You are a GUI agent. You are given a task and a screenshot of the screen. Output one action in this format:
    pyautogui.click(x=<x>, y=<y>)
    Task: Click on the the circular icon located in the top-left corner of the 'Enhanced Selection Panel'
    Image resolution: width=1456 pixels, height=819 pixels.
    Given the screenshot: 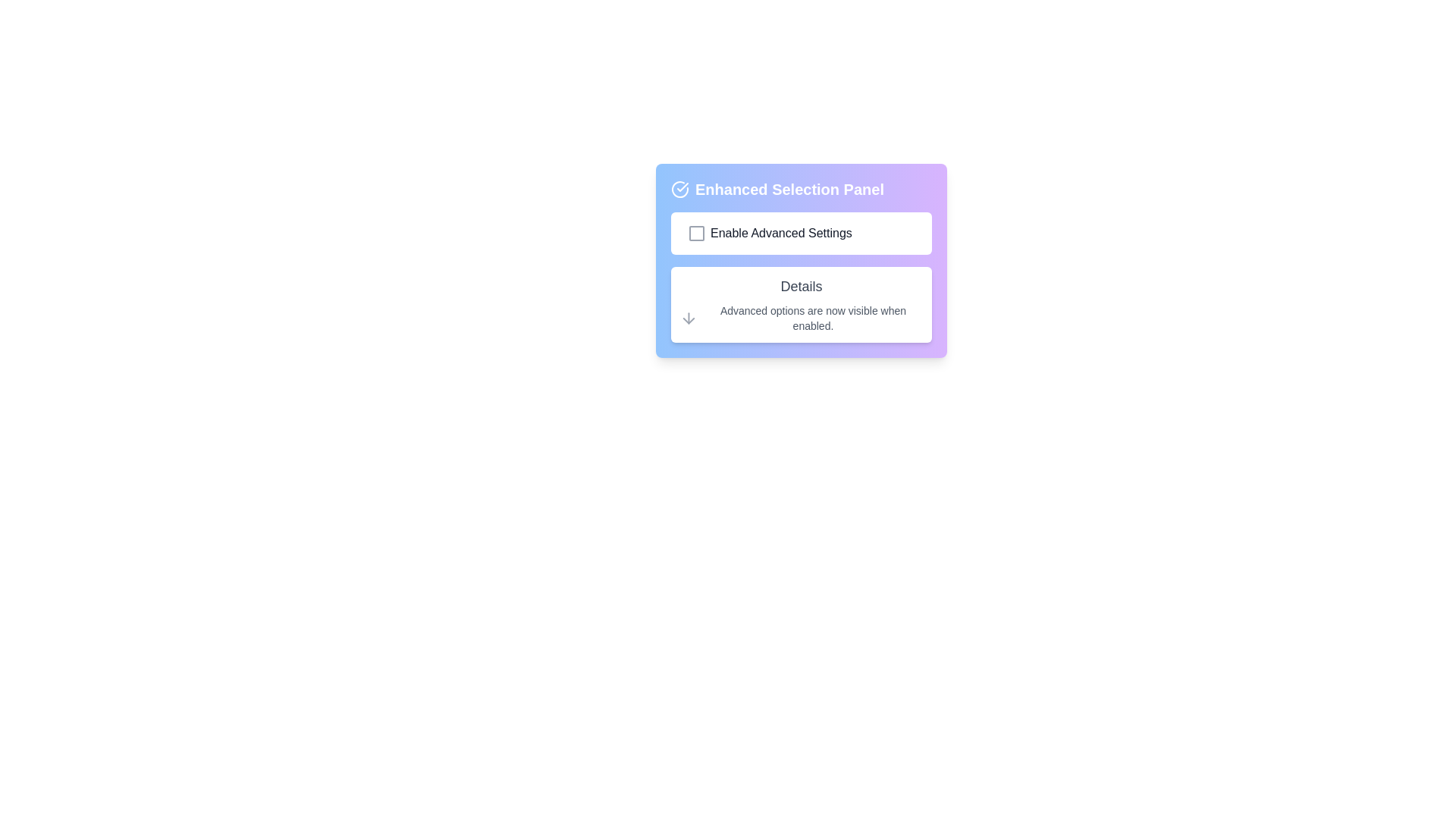 What is the action you would take?
    pyautogui.click(x=679, y=189)
    